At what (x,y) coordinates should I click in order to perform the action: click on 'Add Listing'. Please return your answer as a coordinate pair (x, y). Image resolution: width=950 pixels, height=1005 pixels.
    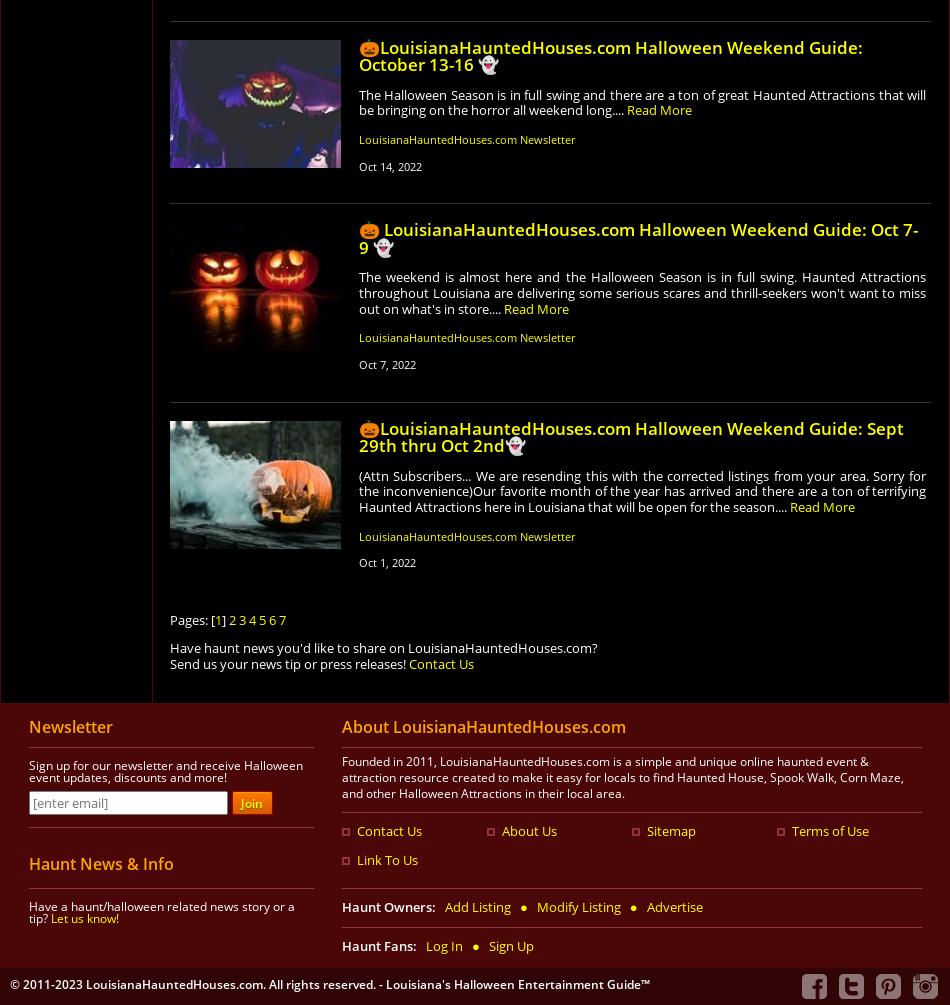
    Looking at the image, I should click on (478, 905).